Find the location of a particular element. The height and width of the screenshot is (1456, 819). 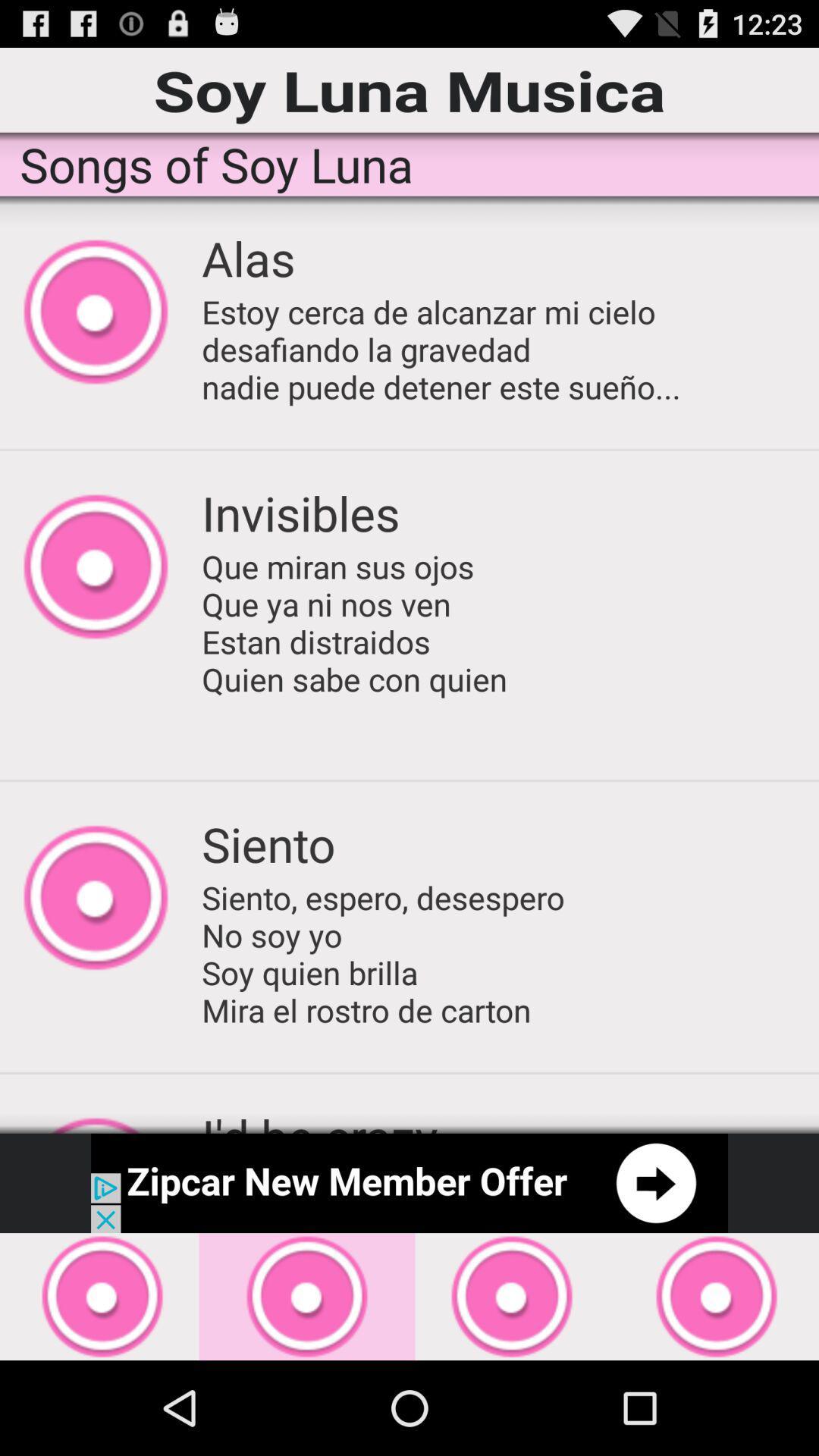

advertisement is located at coordinates (409, 1182).